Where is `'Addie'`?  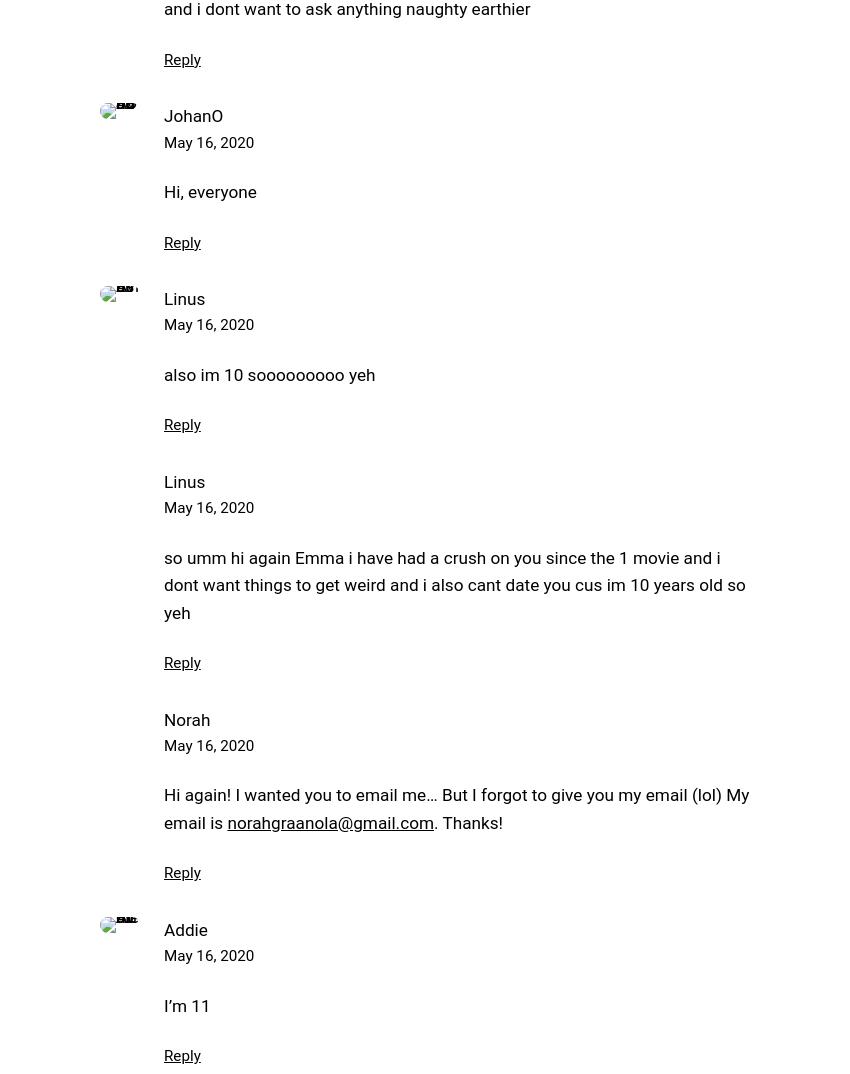 'Addie' is located at coordinates (184, 929).